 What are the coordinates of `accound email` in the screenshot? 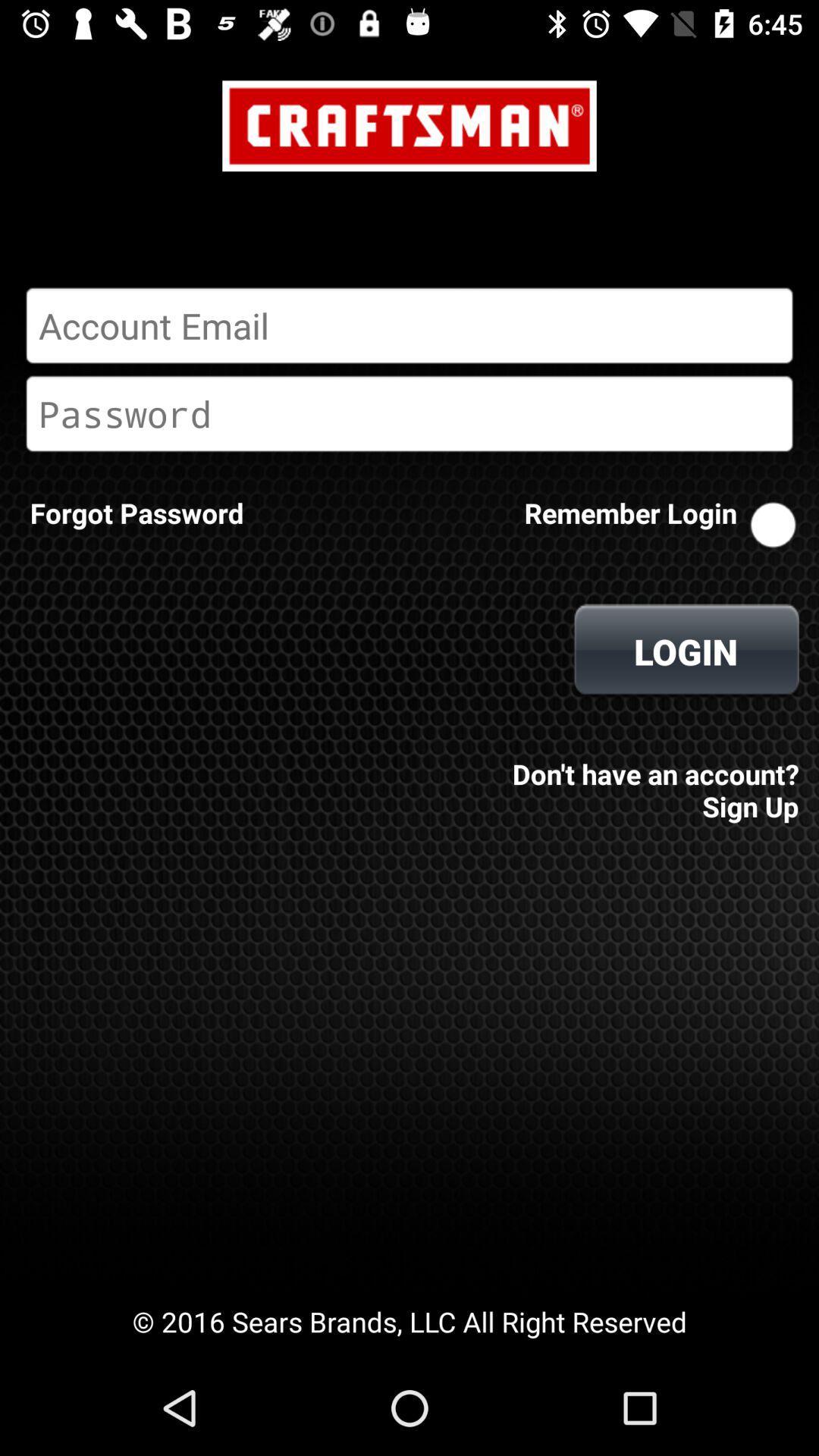 It's located at (409, 325).